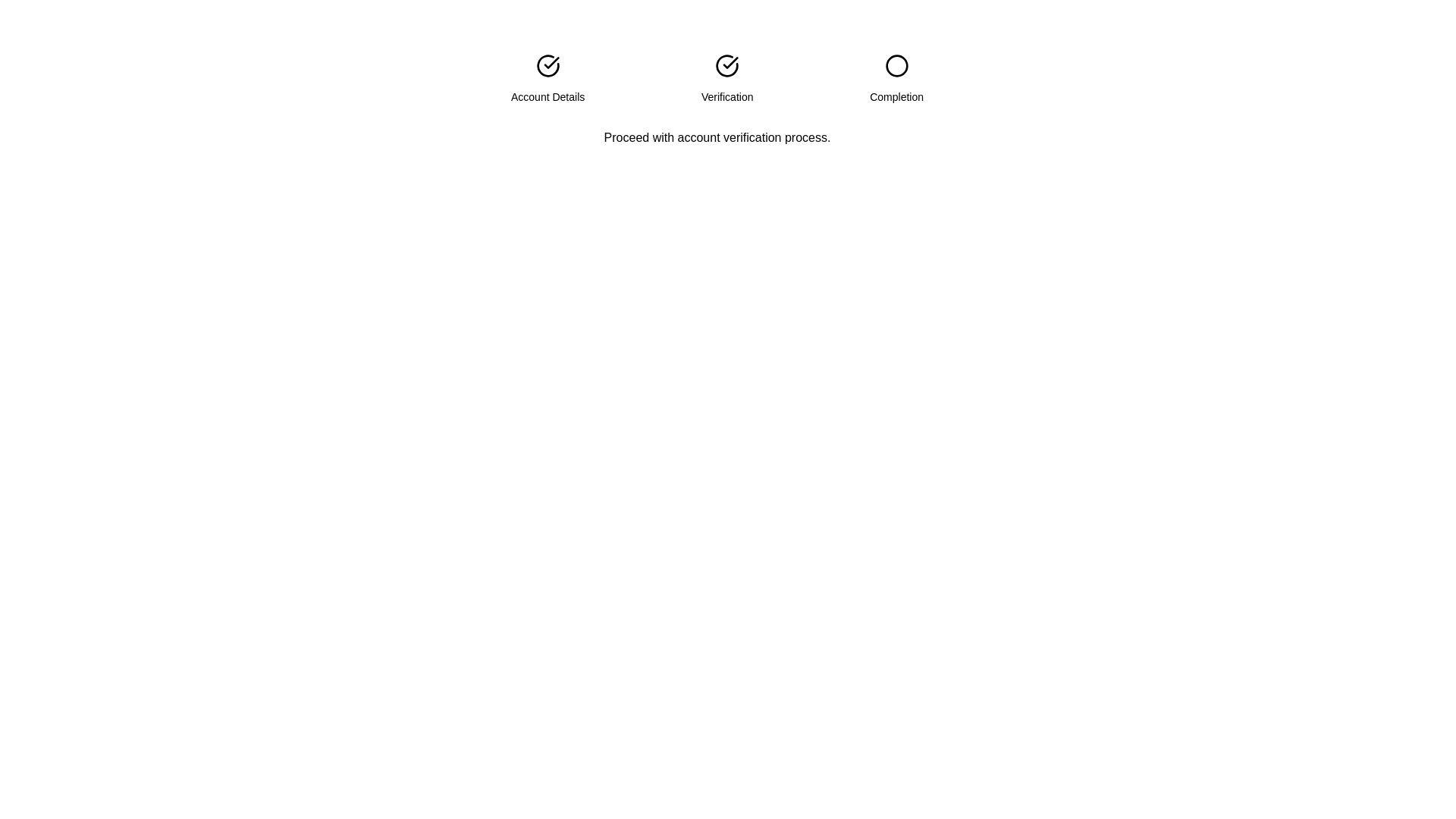  What do you see at coordinates (896, 79) in the screenshot?
I see `the 'Completion' step label in the step indicator, which is the third element on the far-right of the series` at bounding box center [896, 79].